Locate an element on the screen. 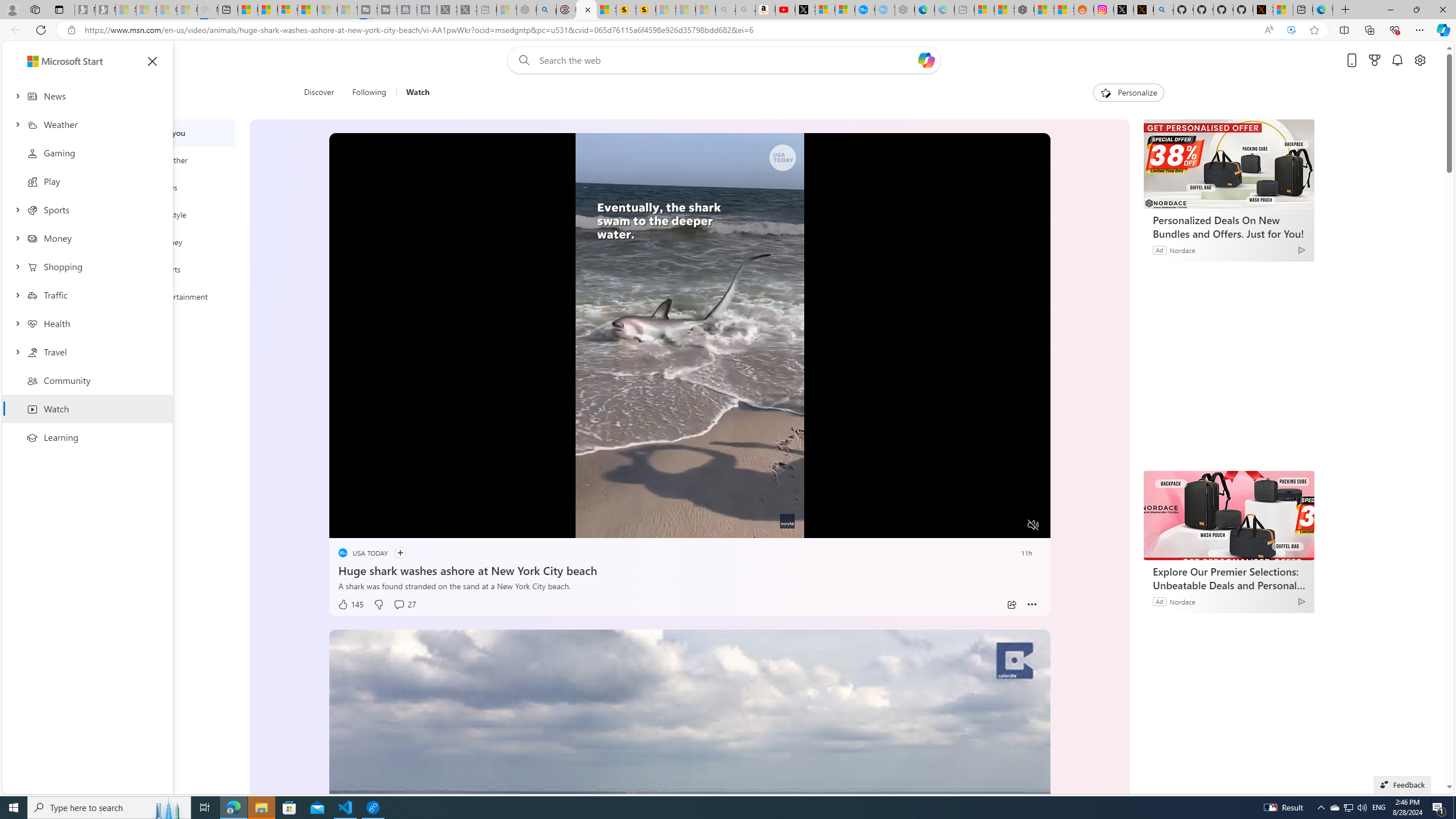 The height and width of the screenshot is (819, 1456). 'Skip to footer' is located at coordinates (46, 59).